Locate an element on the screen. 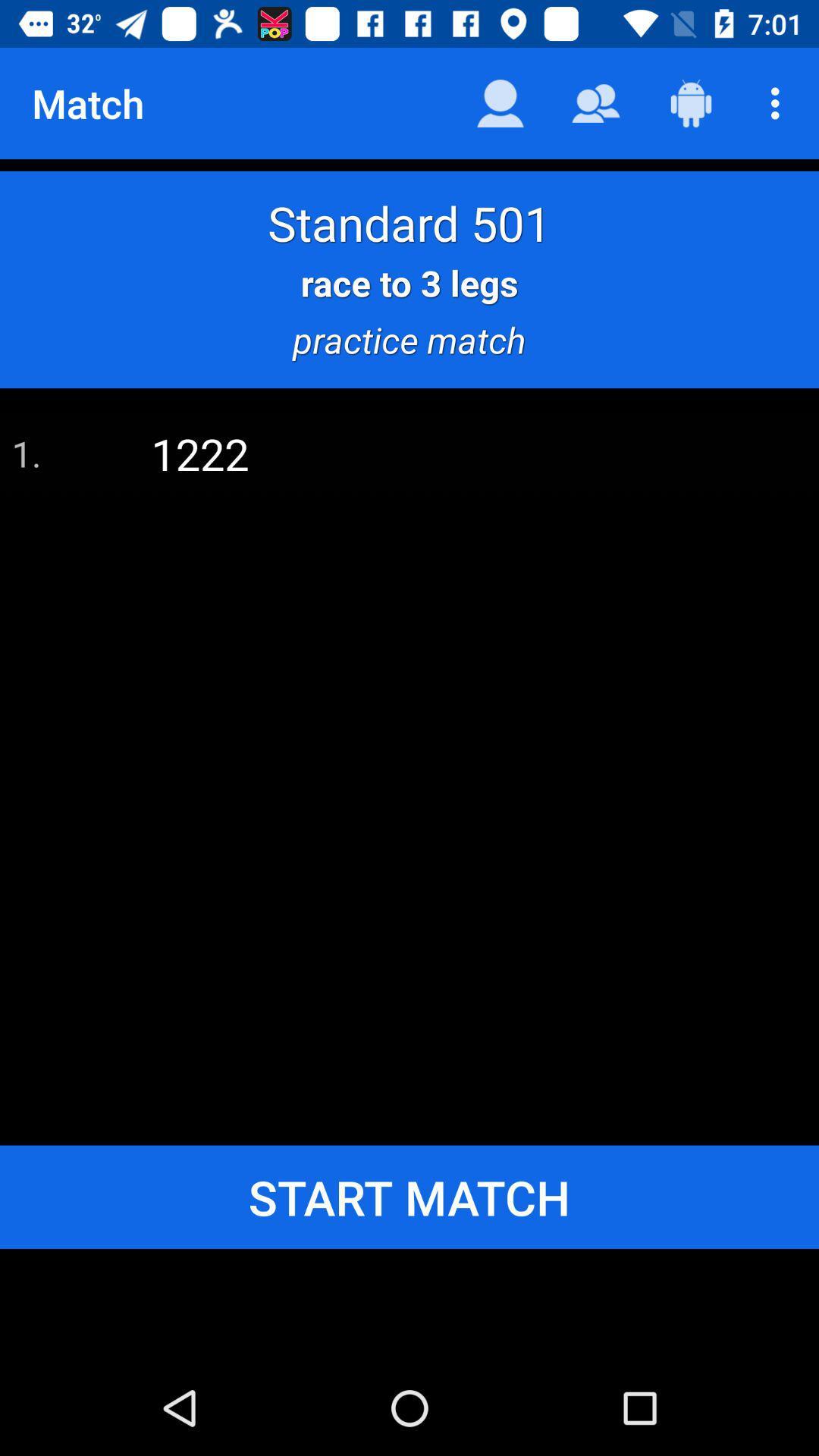  the app next to match item is located at coordinates (500, 102).